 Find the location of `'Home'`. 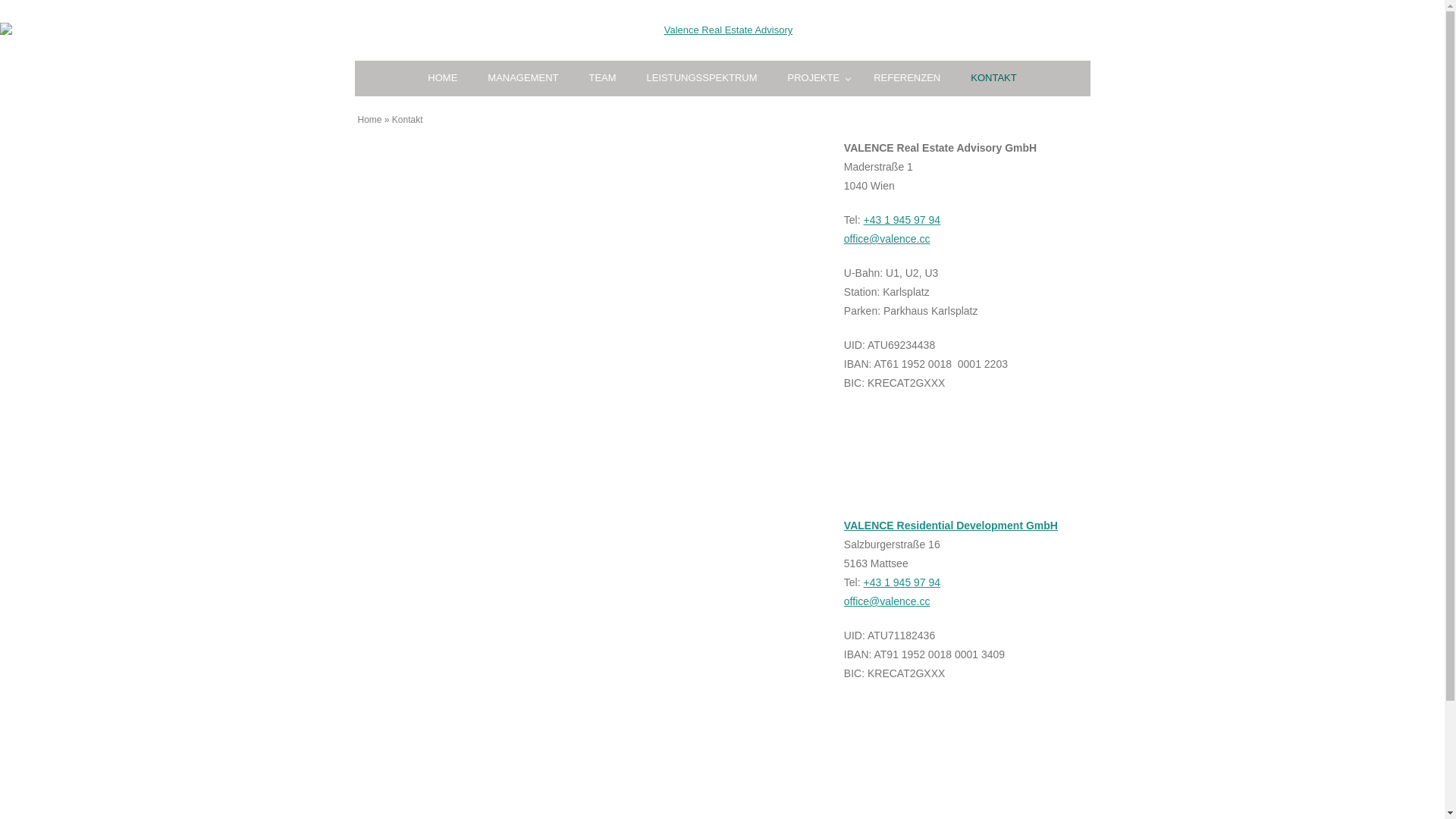

'Home' is located at coordinates (370, 119).